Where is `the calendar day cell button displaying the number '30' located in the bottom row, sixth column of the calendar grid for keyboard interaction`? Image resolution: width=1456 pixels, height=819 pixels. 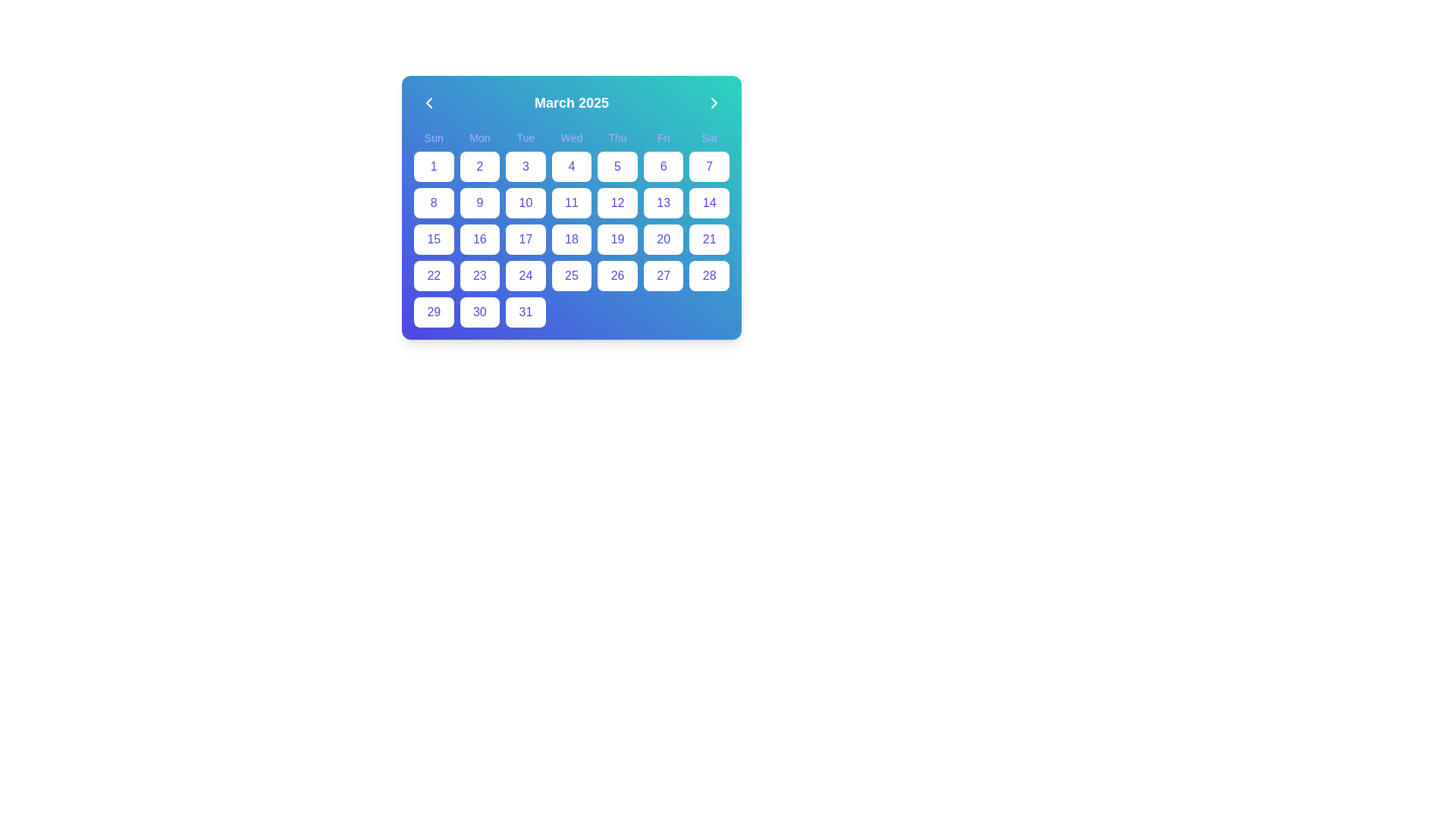
the calendar day cell button displaying the number '30' located in the bottom row, sixth column of the calendar grid for keyboard interaction is located at coordinates (479, 312).